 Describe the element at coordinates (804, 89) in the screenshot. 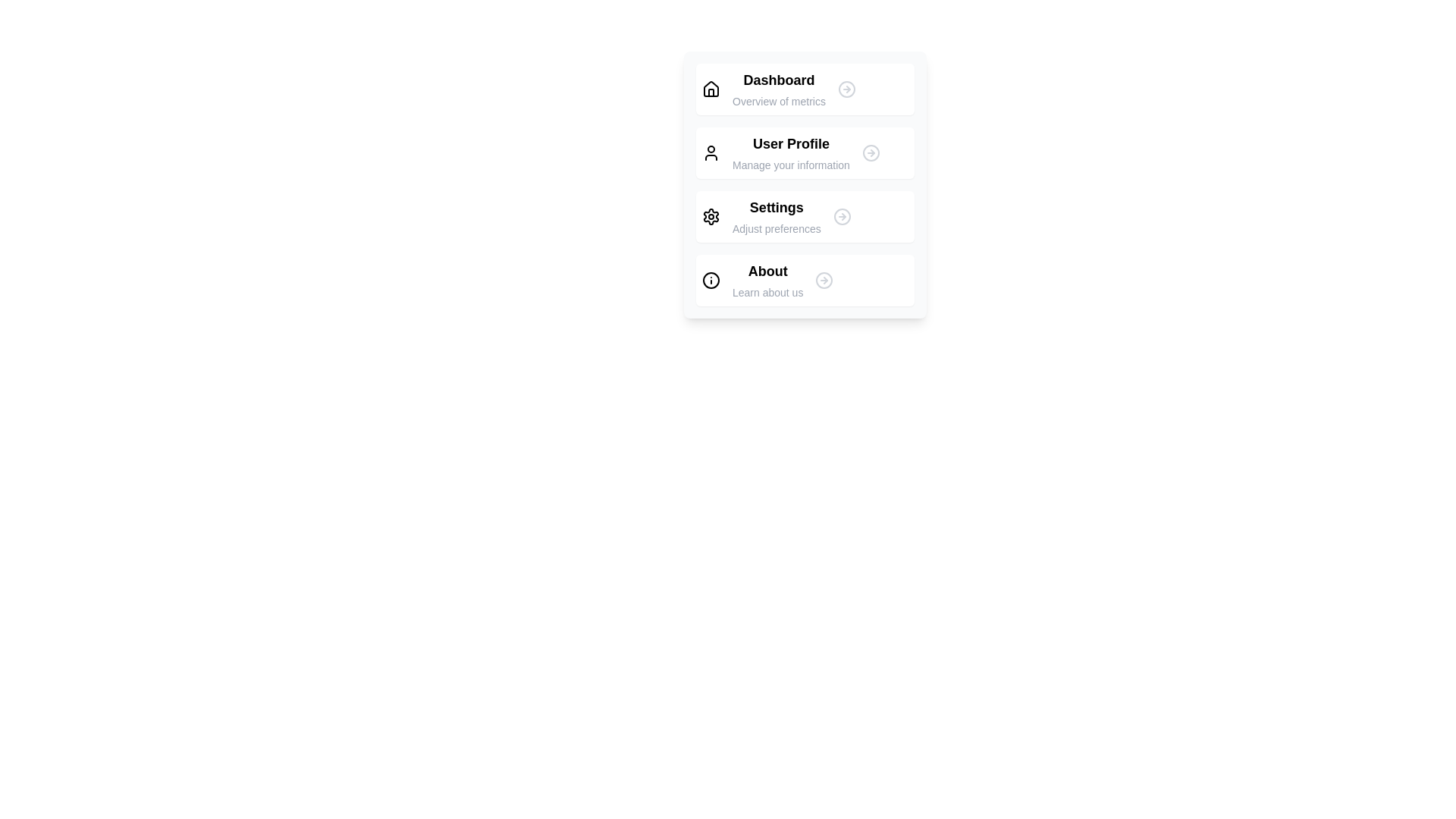

I see `the 'Dashboard' section header list item, which includes a house icon on the left and an arrow on the right` at that location.